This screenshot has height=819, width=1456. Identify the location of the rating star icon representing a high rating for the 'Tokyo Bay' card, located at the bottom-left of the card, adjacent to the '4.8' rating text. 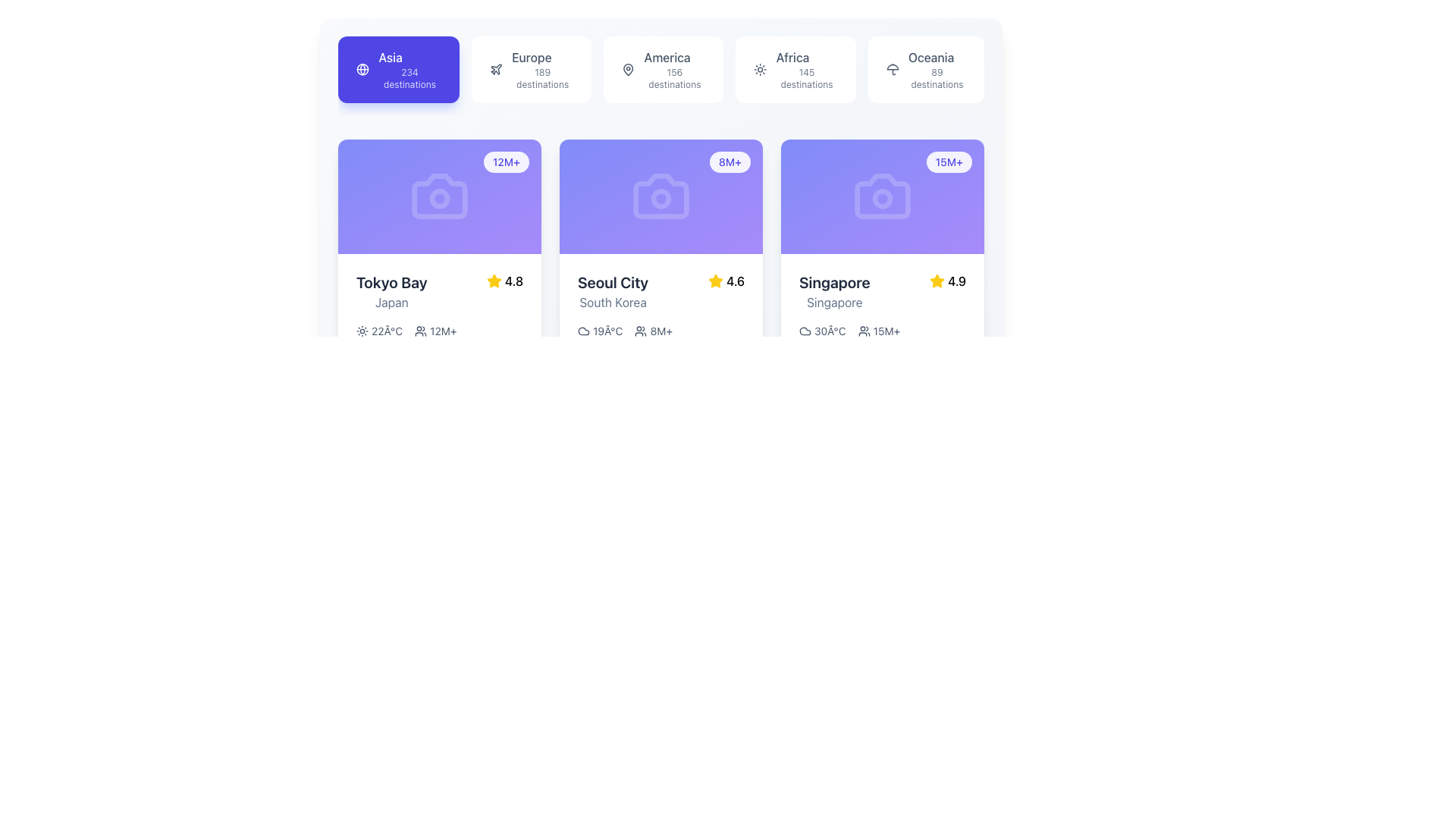
(494, 281).